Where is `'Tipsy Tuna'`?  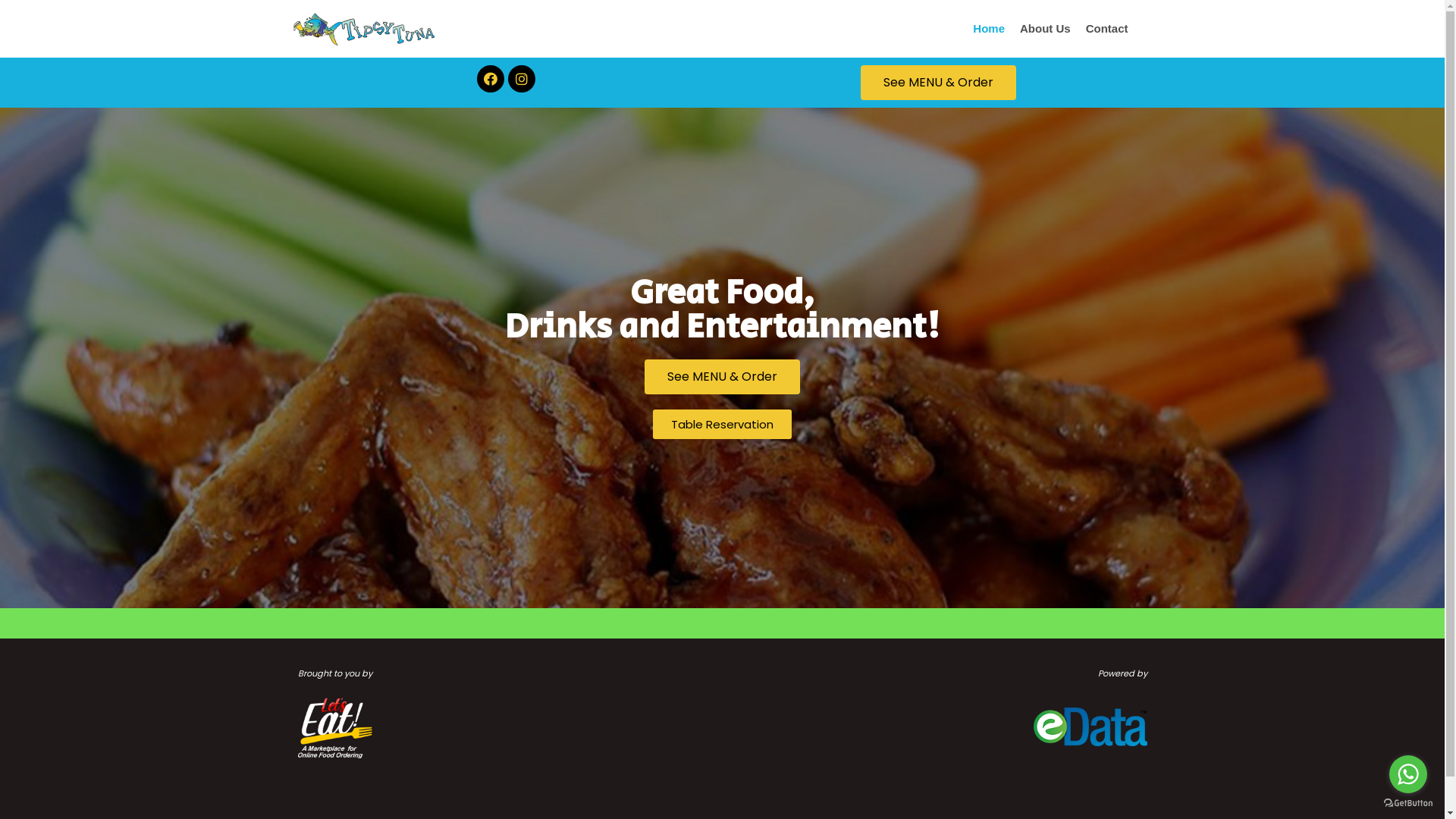 'Tipsy Tuna' is located at coordinates (290, 29).